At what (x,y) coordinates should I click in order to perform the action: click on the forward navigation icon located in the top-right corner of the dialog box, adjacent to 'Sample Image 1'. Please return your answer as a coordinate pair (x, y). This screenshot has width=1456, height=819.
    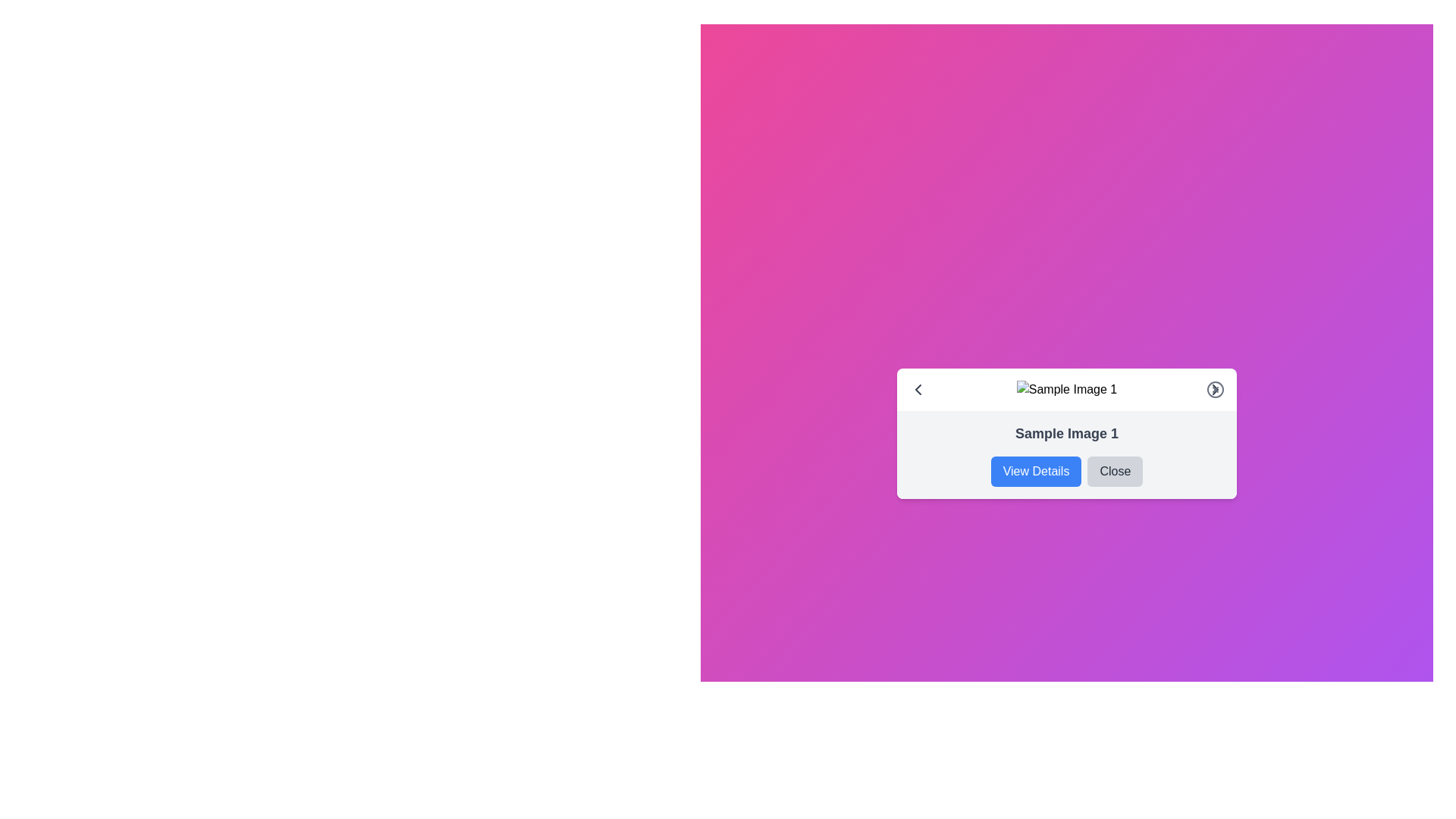
    Looking at the image, I should click on (1216, 388).